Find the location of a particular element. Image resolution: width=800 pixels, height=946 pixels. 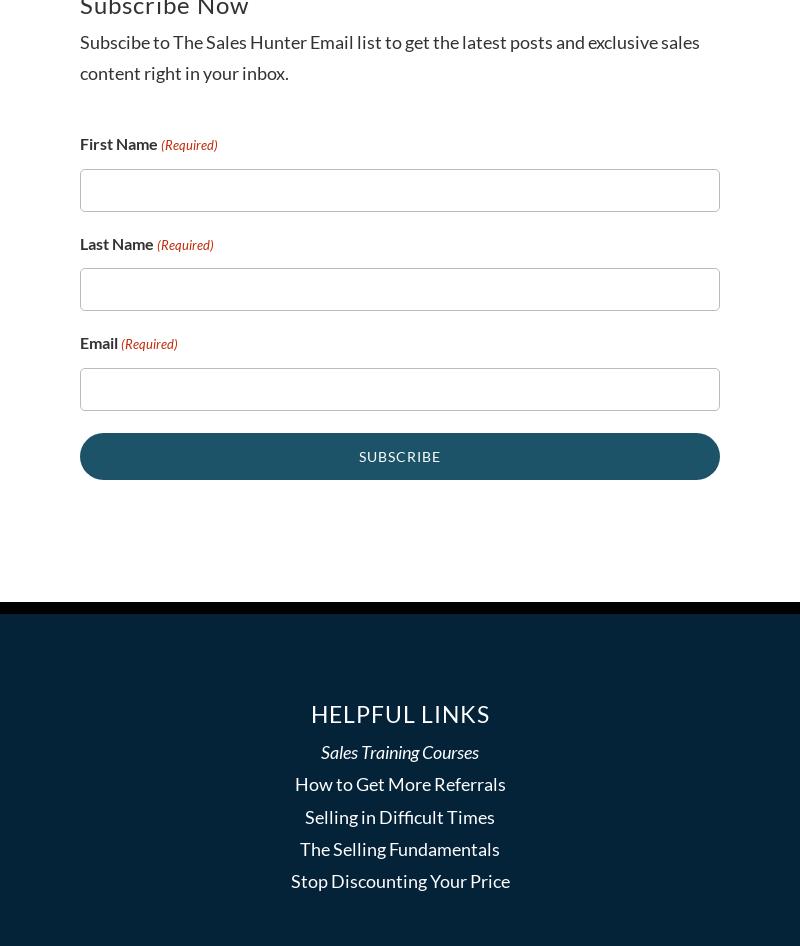

'Subscibe to The Sales Hunter Email list to get the latest posts and exclusive sales content right in your inbox.' is located at coordinates (389, 56).